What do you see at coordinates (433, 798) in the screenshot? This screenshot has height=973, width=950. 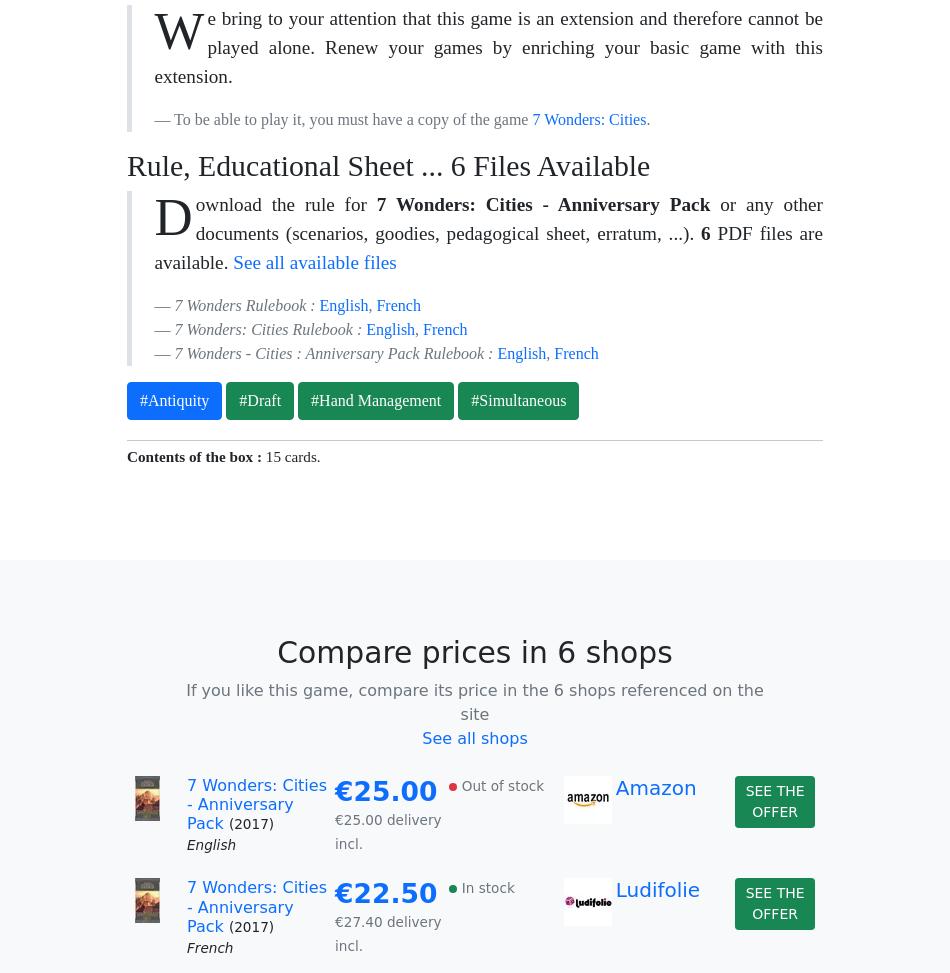 I see `'About'` at bounding box center [433, 798].